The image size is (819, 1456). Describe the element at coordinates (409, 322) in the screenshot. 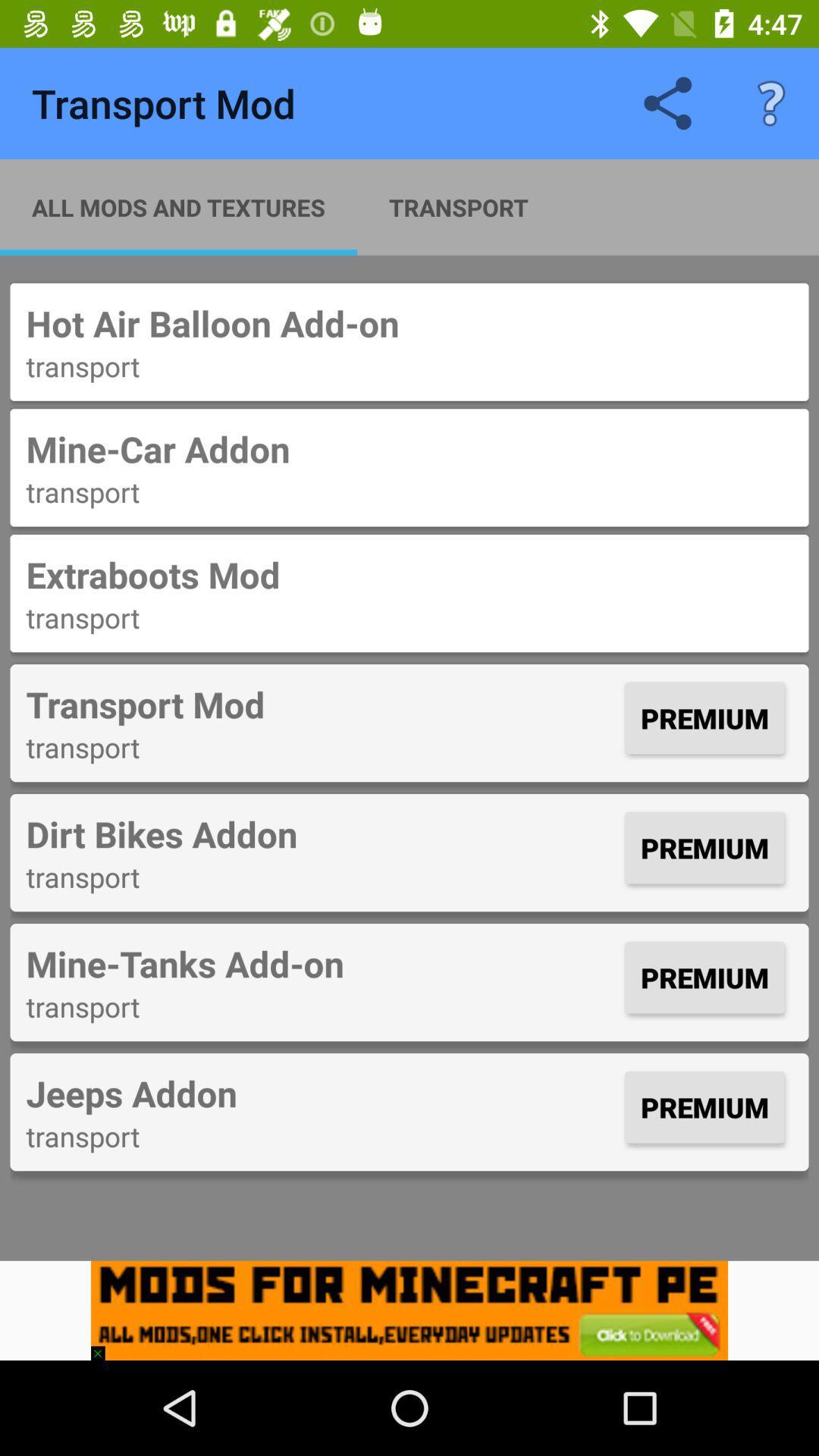

I see `app below all mods and` at that location.